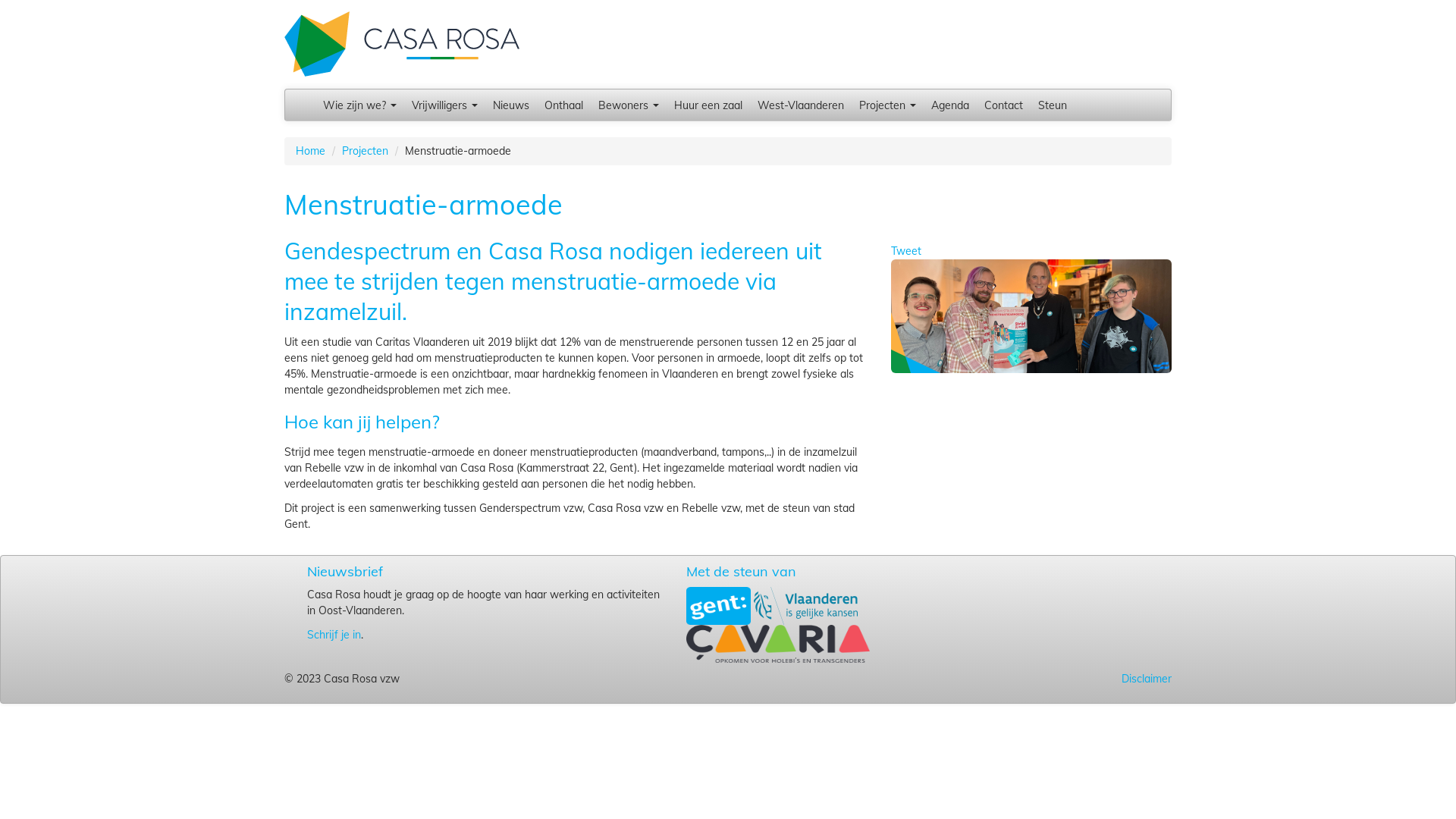 The width and height of the screenshot is (1456, 819). I want to click on 'Bewoners', so click(629, 104).